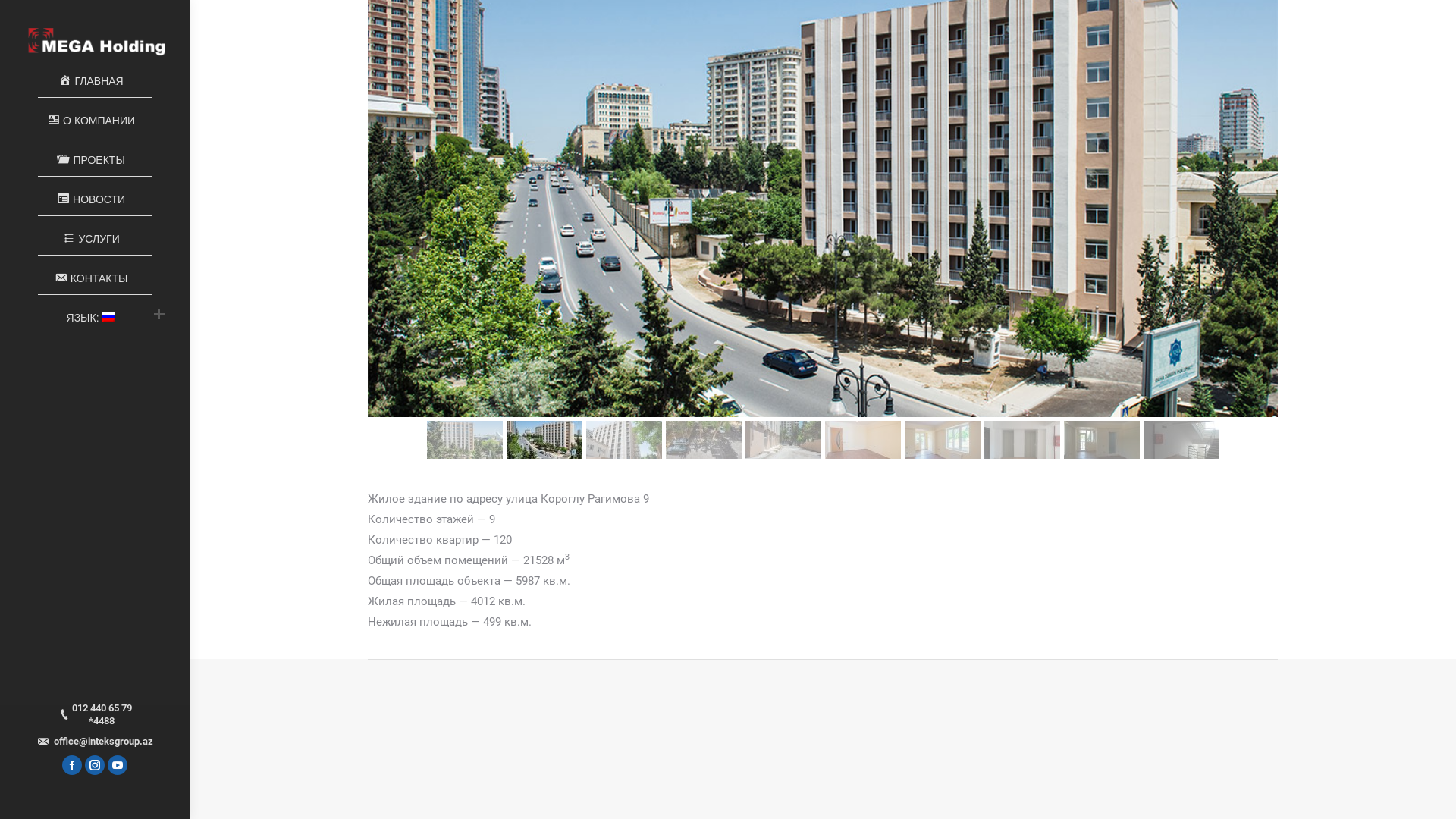 The width and height of the screenshot is (1456, 819). What do you see at coordinates (93, 765) in the screenshot?
I see `'Instagram'` at bounding box center [93, 765].